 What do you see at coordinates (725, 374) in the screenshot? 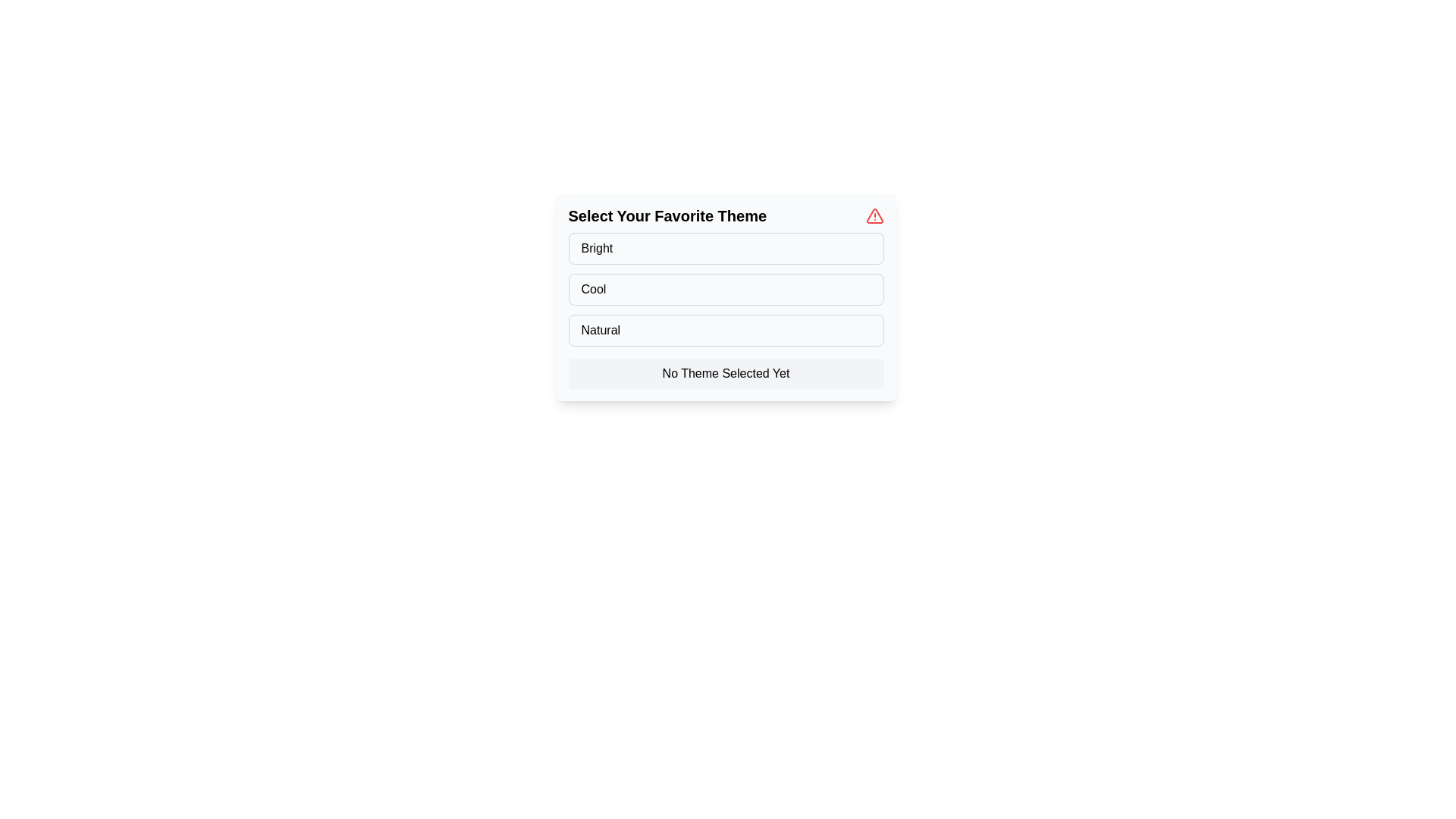
I see `the text block displaying 'No Theme Selected Yet', which is styled with a bold and centered alignment inside a light gray background, located below the theme options labeled Bright, Cool, and Natural` at bounding box center [725, 374].